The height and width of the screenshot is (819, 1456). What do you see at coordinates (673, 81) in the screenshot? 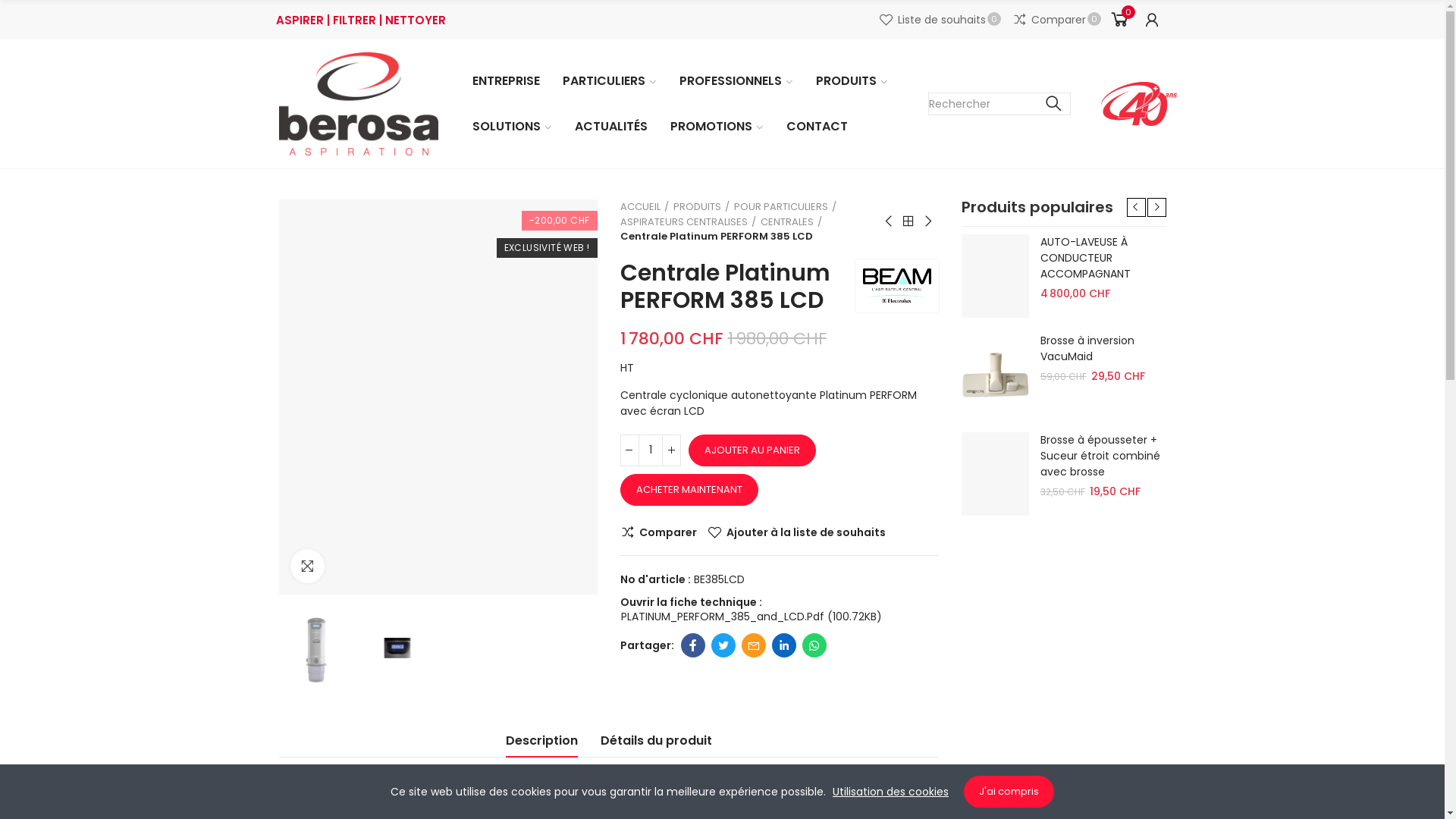
I see `'PROFESSIONNELS'` at bounding box center [673, 81].